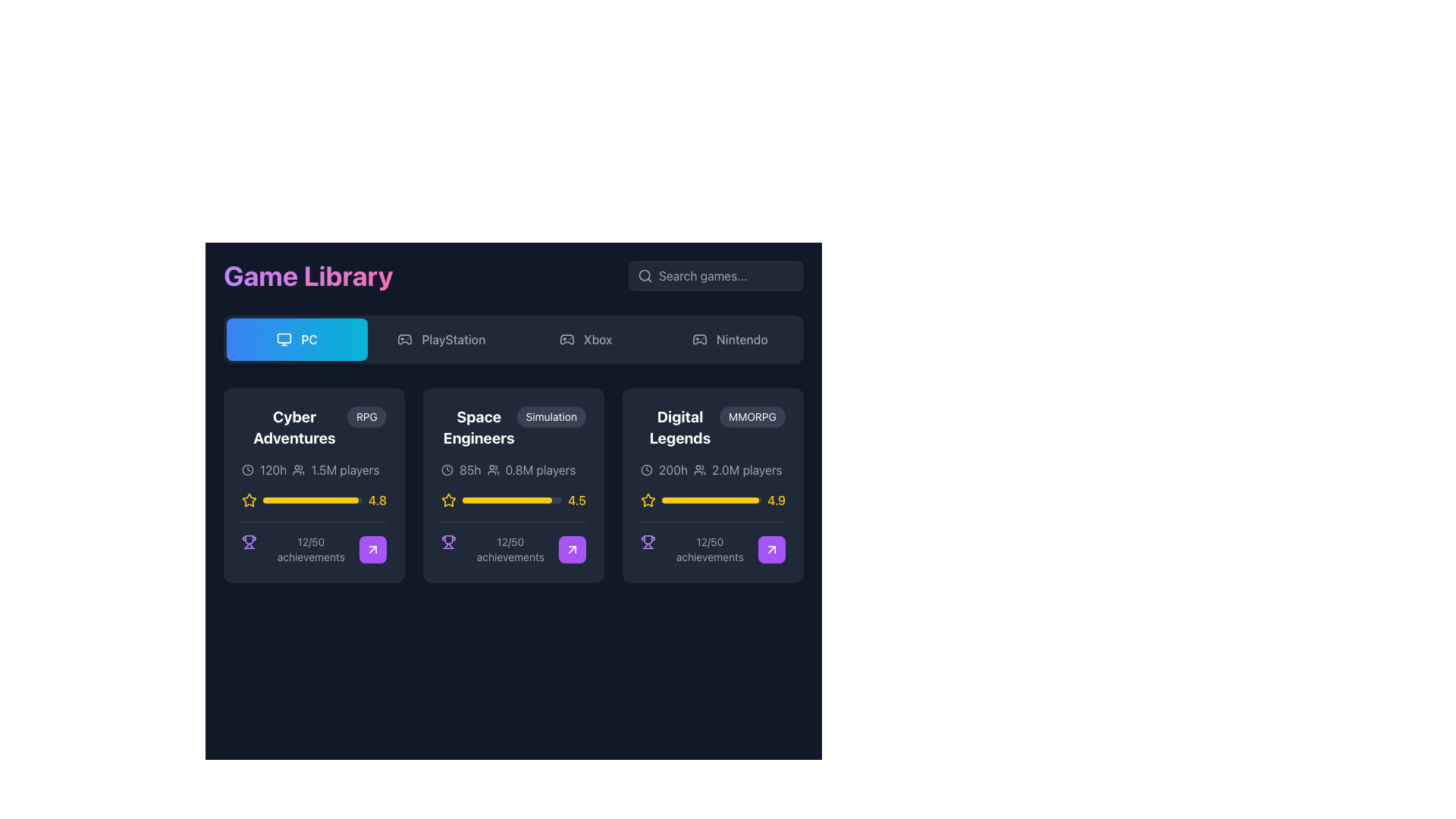 This screenshot has height=819, width=1456. I want to click on the gaming controller icon located in the navigation bar adjacent to the 'Nintendo' text, so click(698, 338).